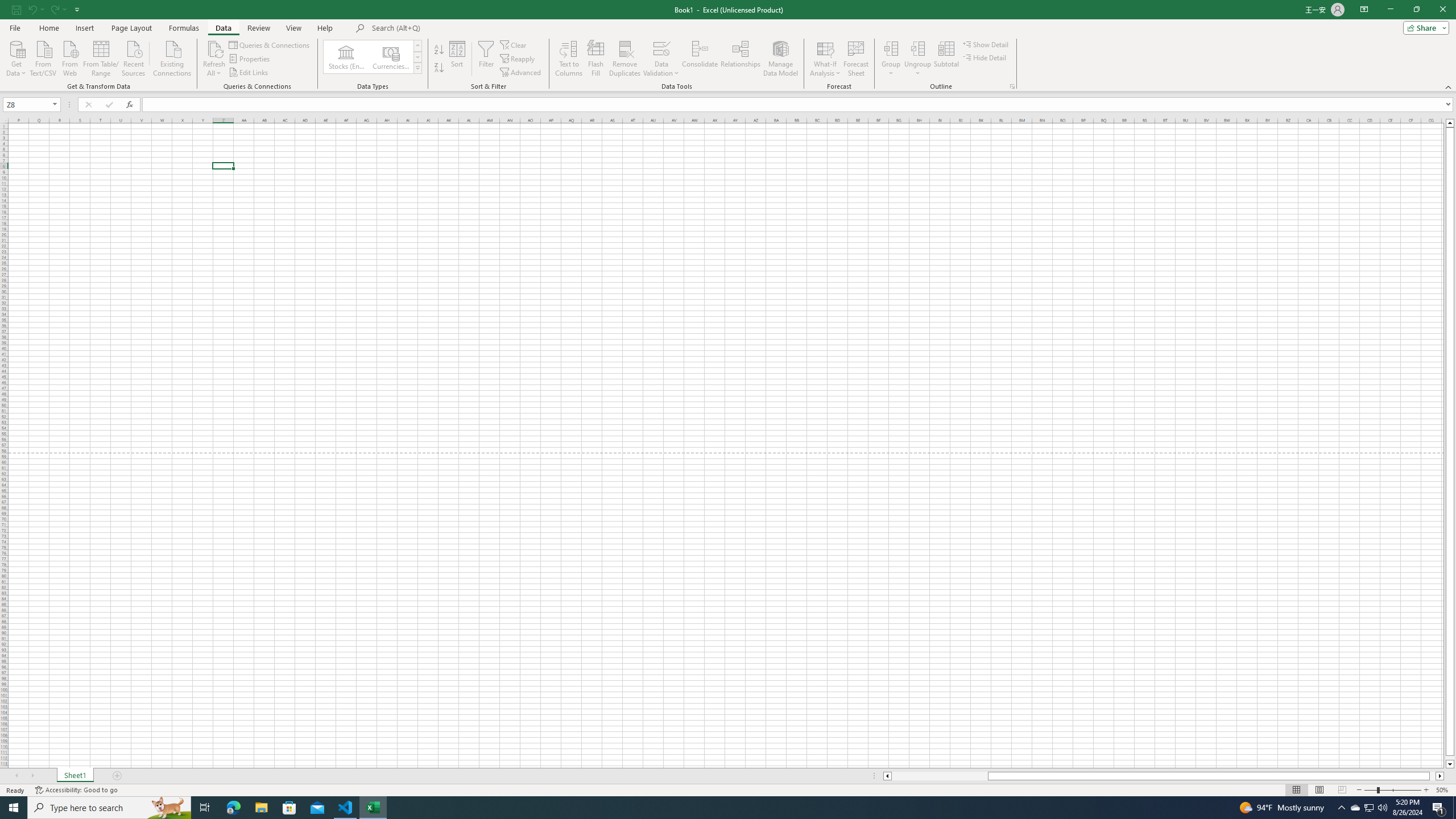  What do you see at coordinates (325, 28) in the screenshot?
I see `'Help'` at bounding box center [325, 28].